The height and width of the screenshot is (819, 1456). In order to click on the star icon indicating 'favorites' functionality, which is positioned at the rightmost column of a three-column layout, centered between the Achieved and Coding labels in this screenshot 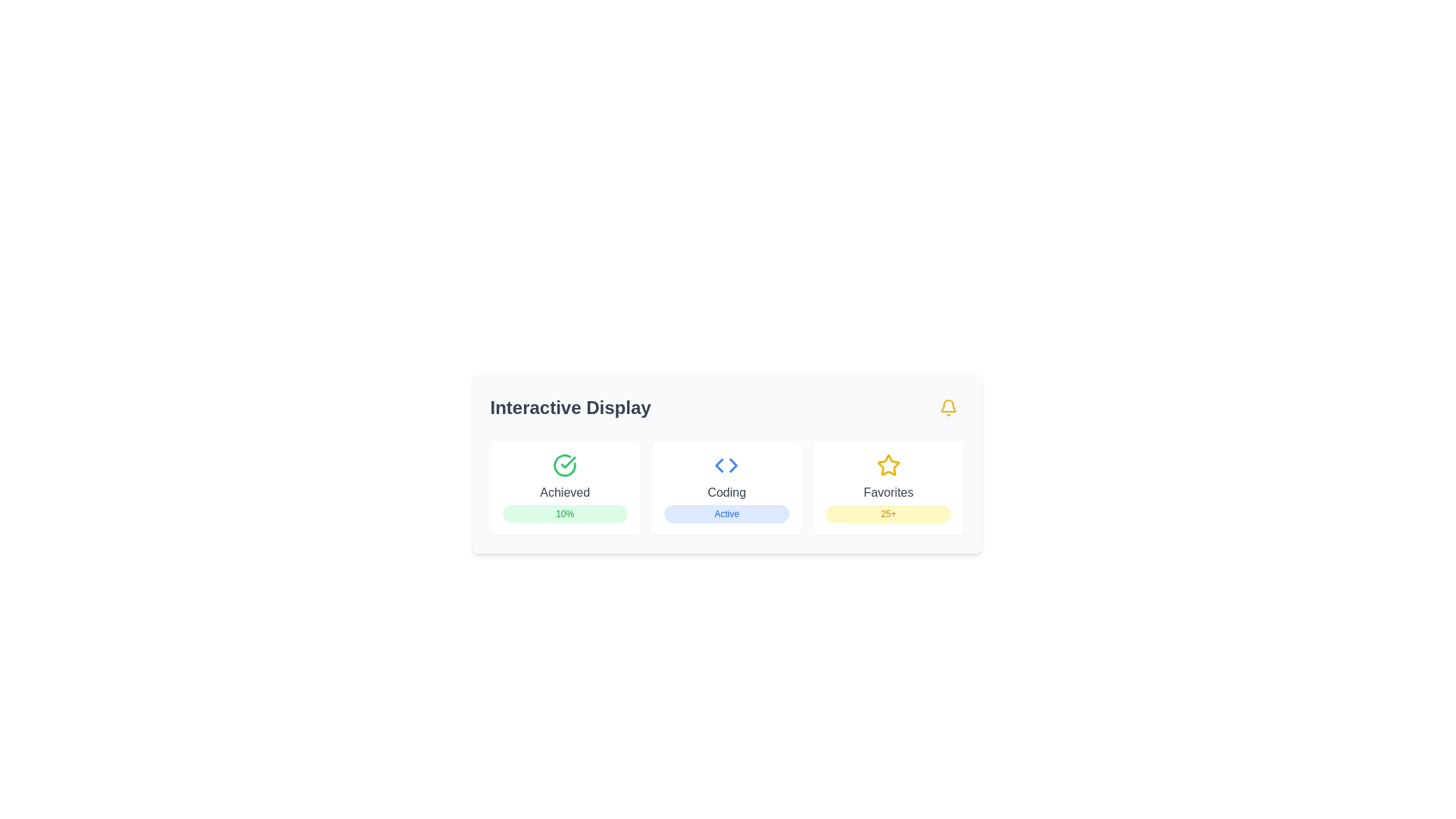, I will do `click(888, 464)`.